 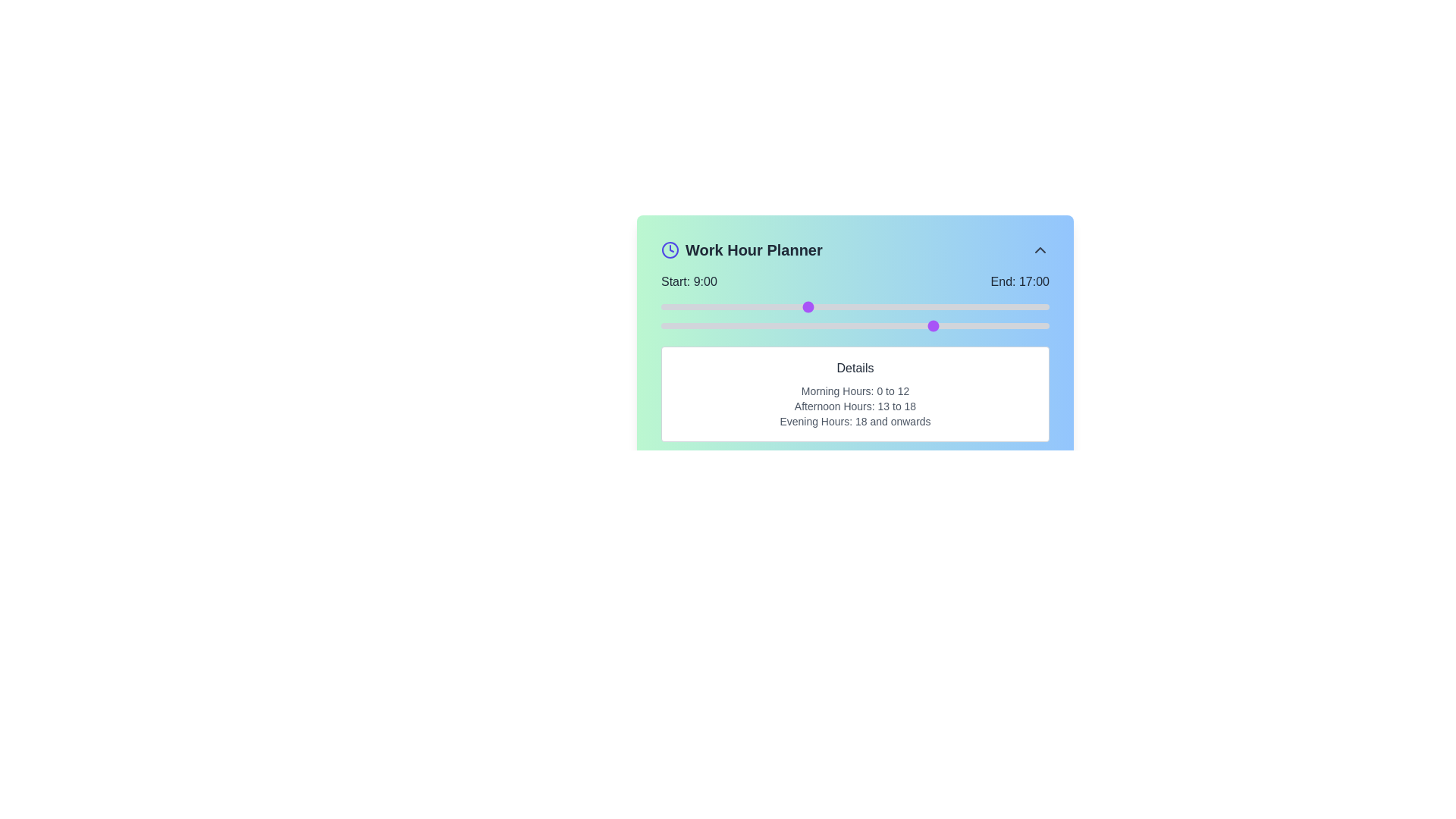 What do you see at coordinates (822, 307) in the screenshot?
I see `the start time to 10 hours using the left slider` at bounding box center [822, 307].